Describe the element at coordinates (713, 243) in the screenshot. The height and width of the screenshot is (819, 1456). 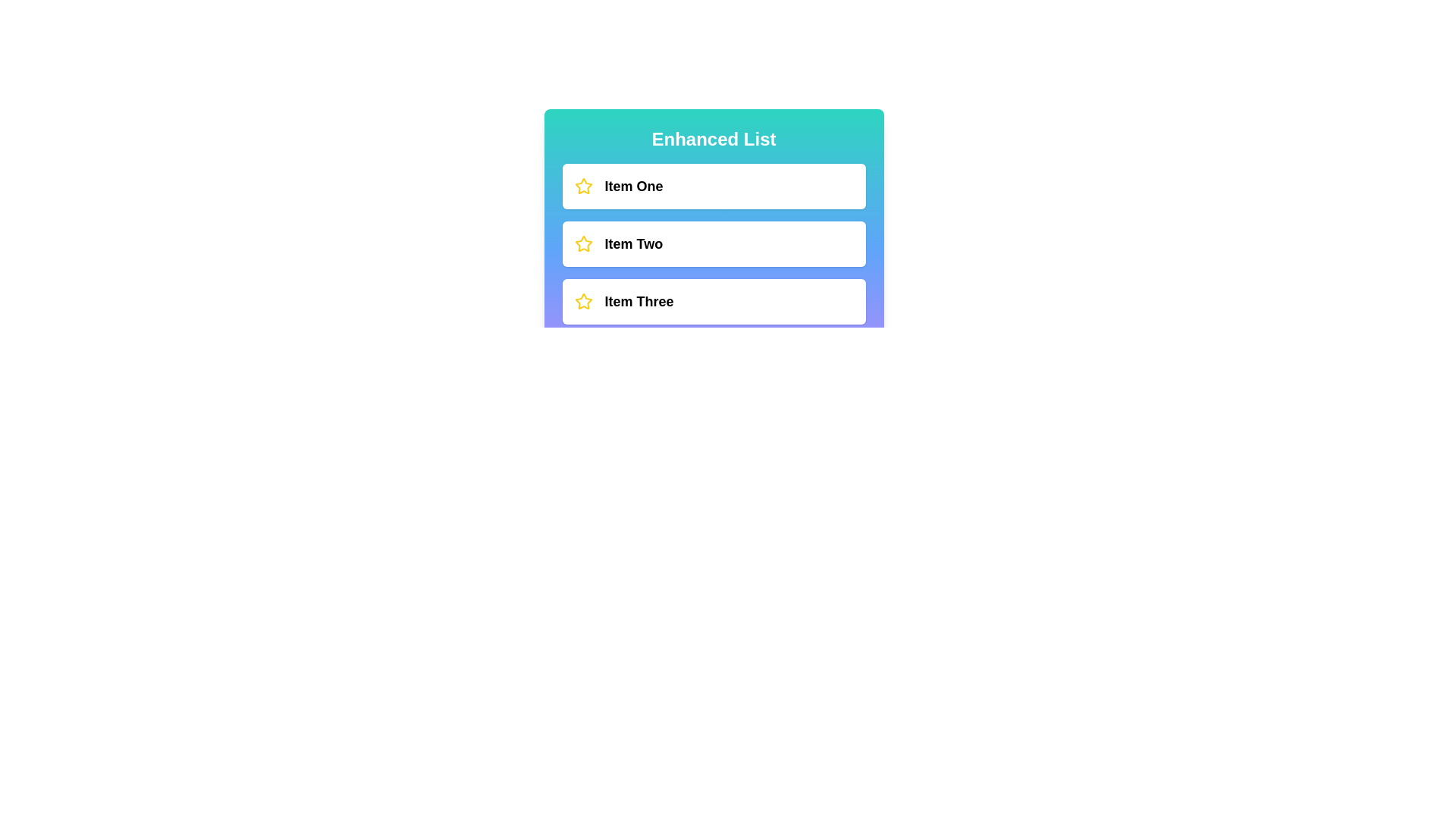
I see `the item Item Two to select it` at that location.